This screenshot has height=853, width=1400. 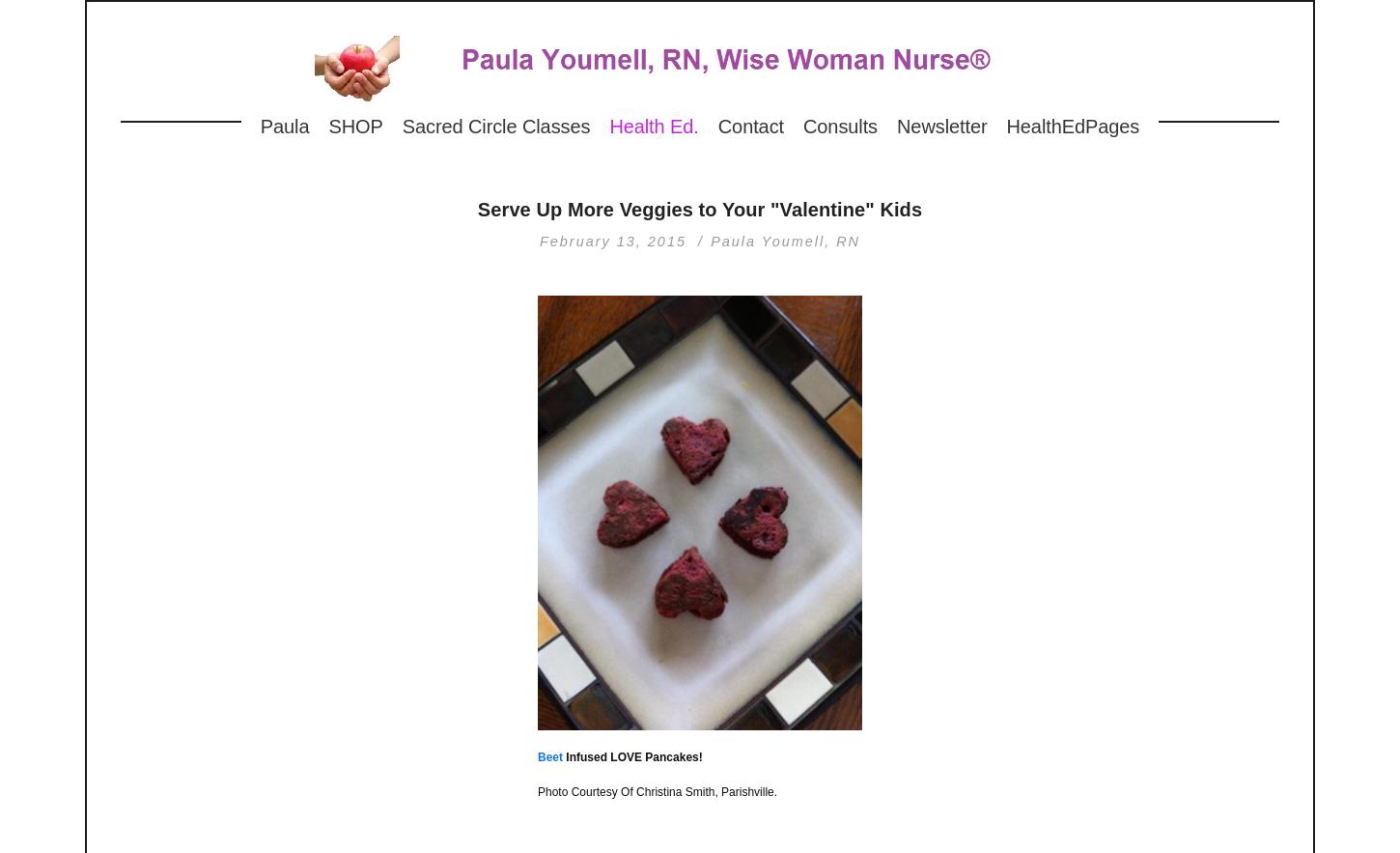 I want to click on 'Paula', so click(x=284, y=126).